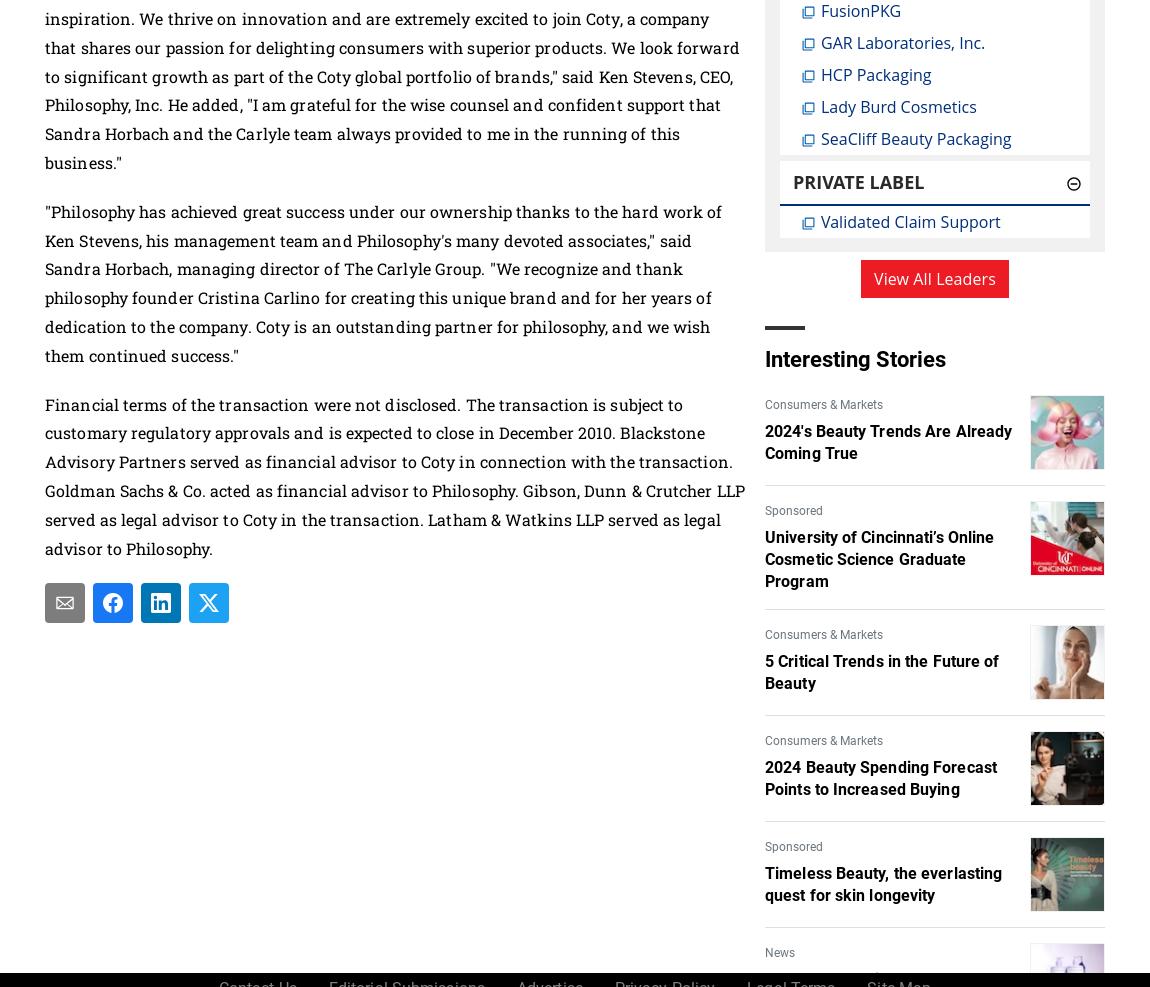 The width and height of the screenshot is (1150, 987). I want to click on 'HCP Packaging', so click(875, 75).